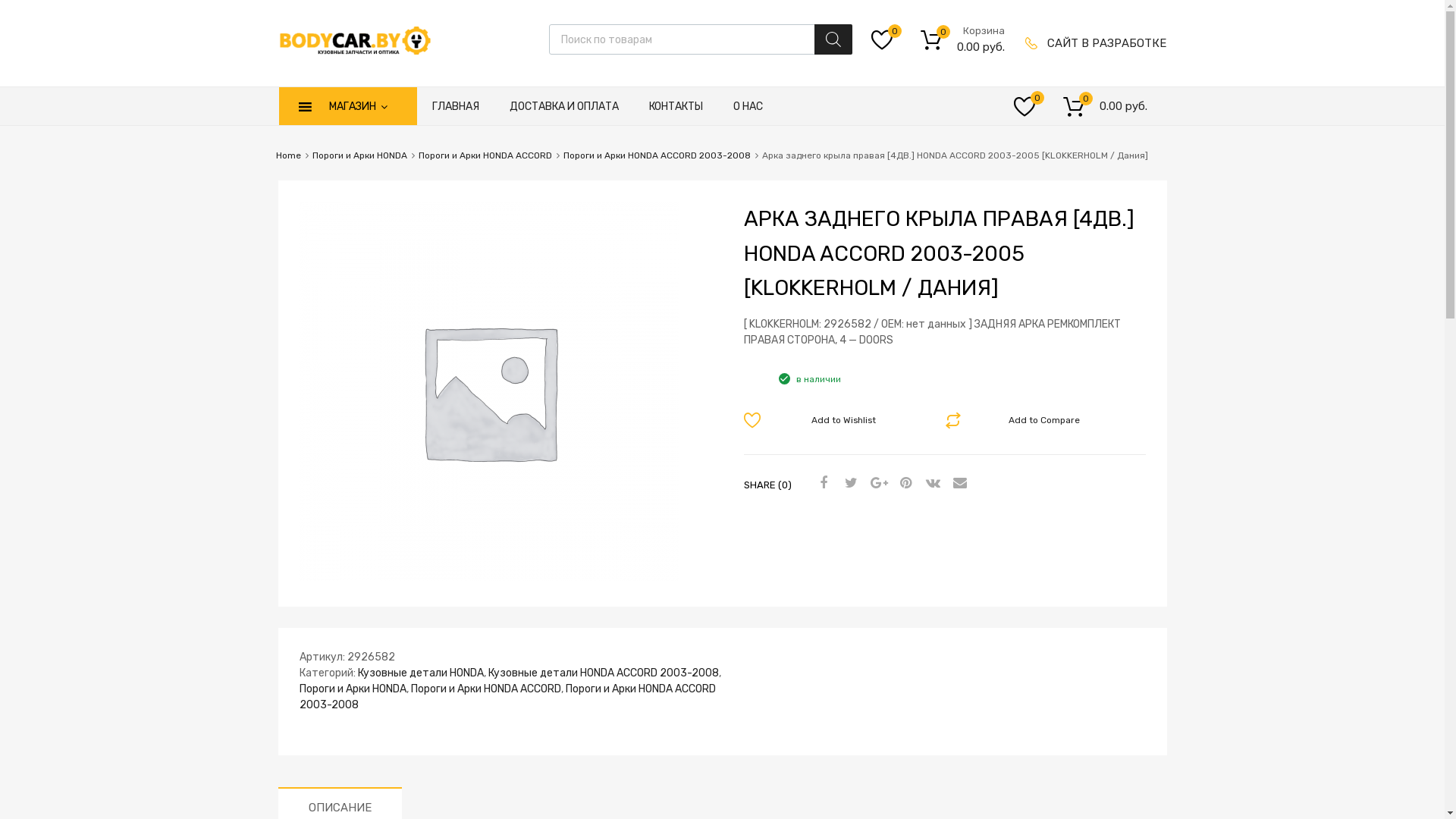  Describe the element at coordinates (956, 483) in the screenshot. I see `'Email this article to a friend'` at that location.